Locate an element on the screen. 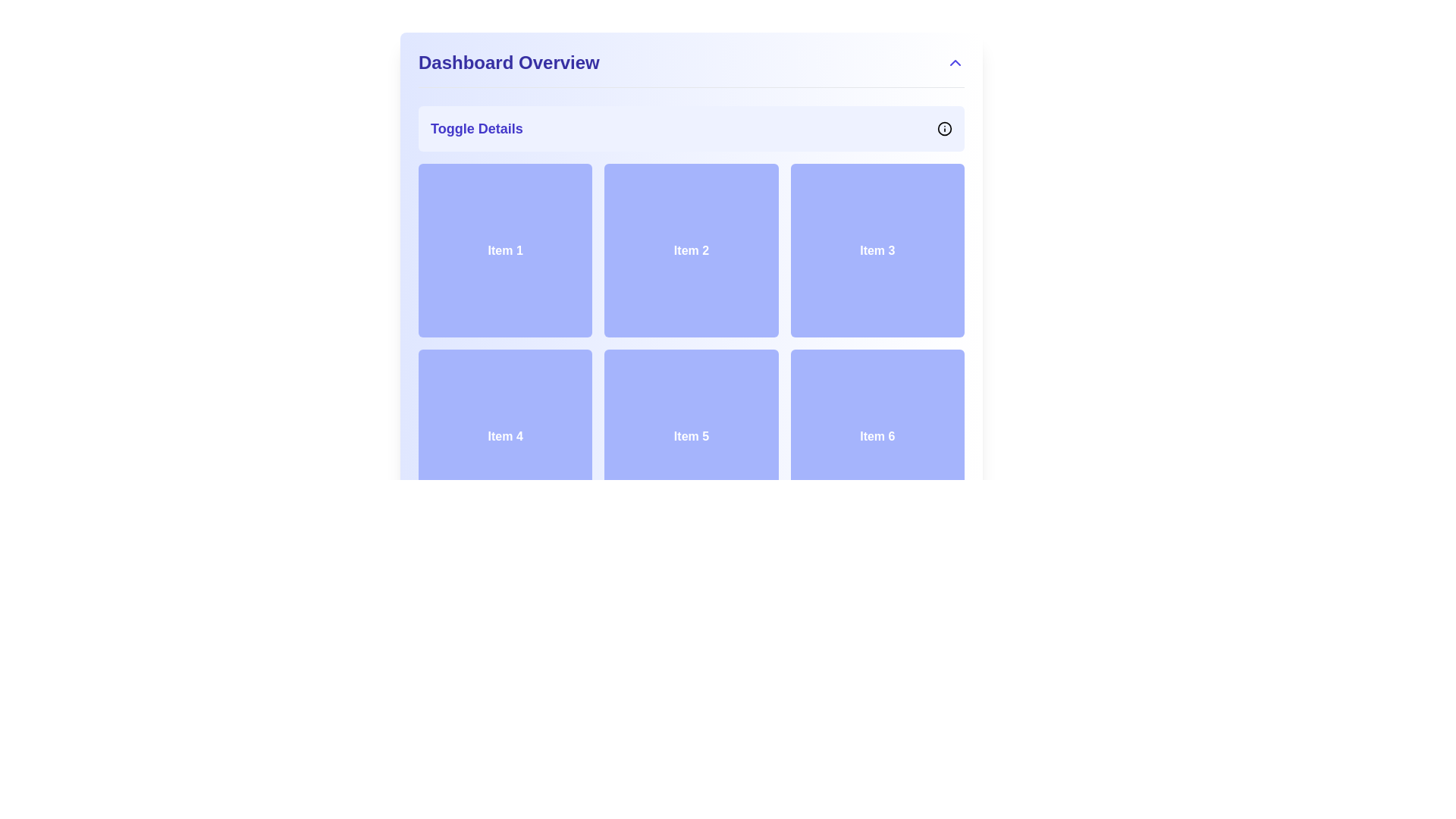  the Decorative Tile, which is the second tile in a grid layout, centrally located in the first row is located at coordinates (691, 249).